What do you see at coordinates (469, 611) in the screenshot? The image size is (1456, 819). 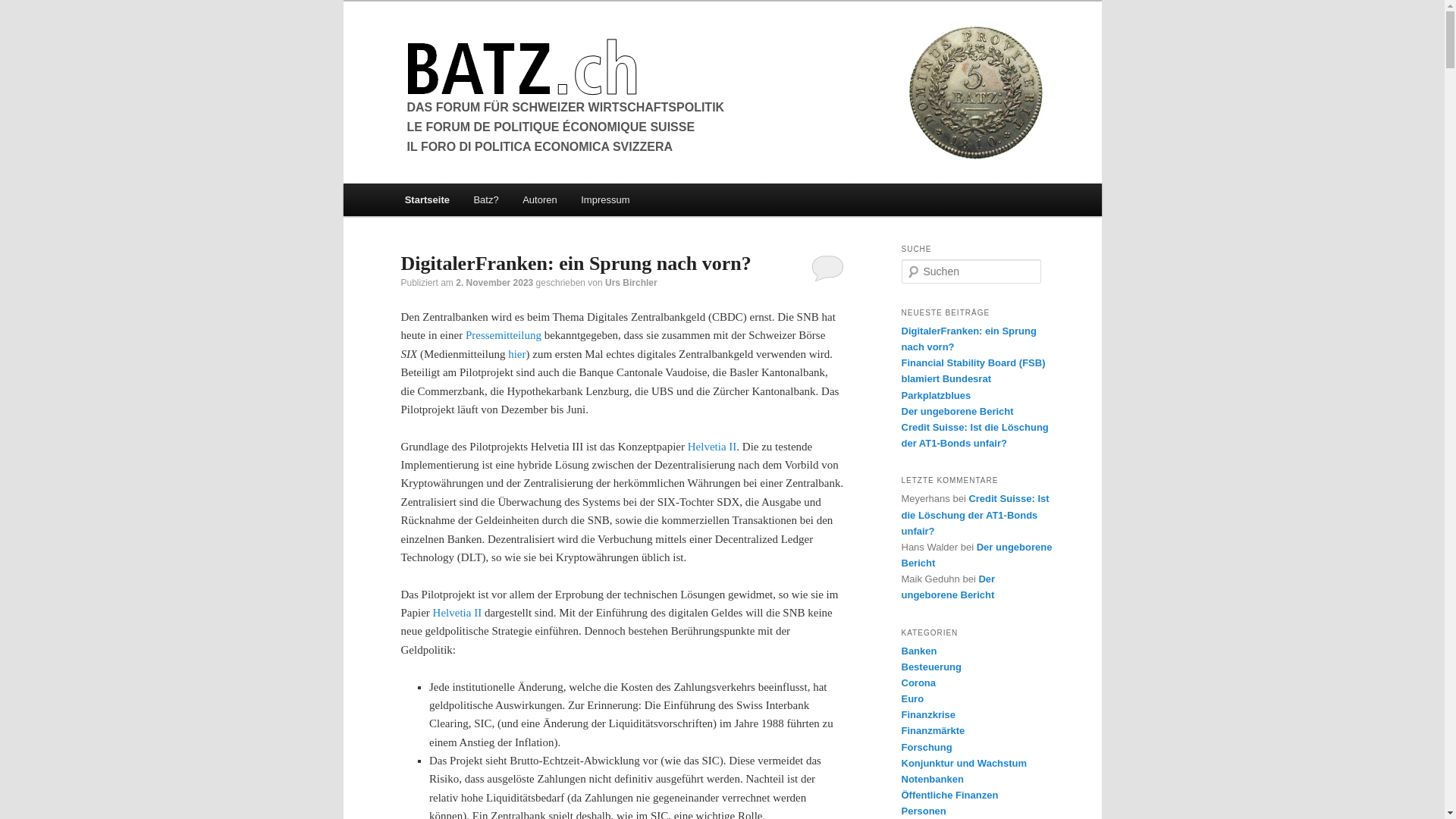 I see `'II'` at bounding box center [469, 611].